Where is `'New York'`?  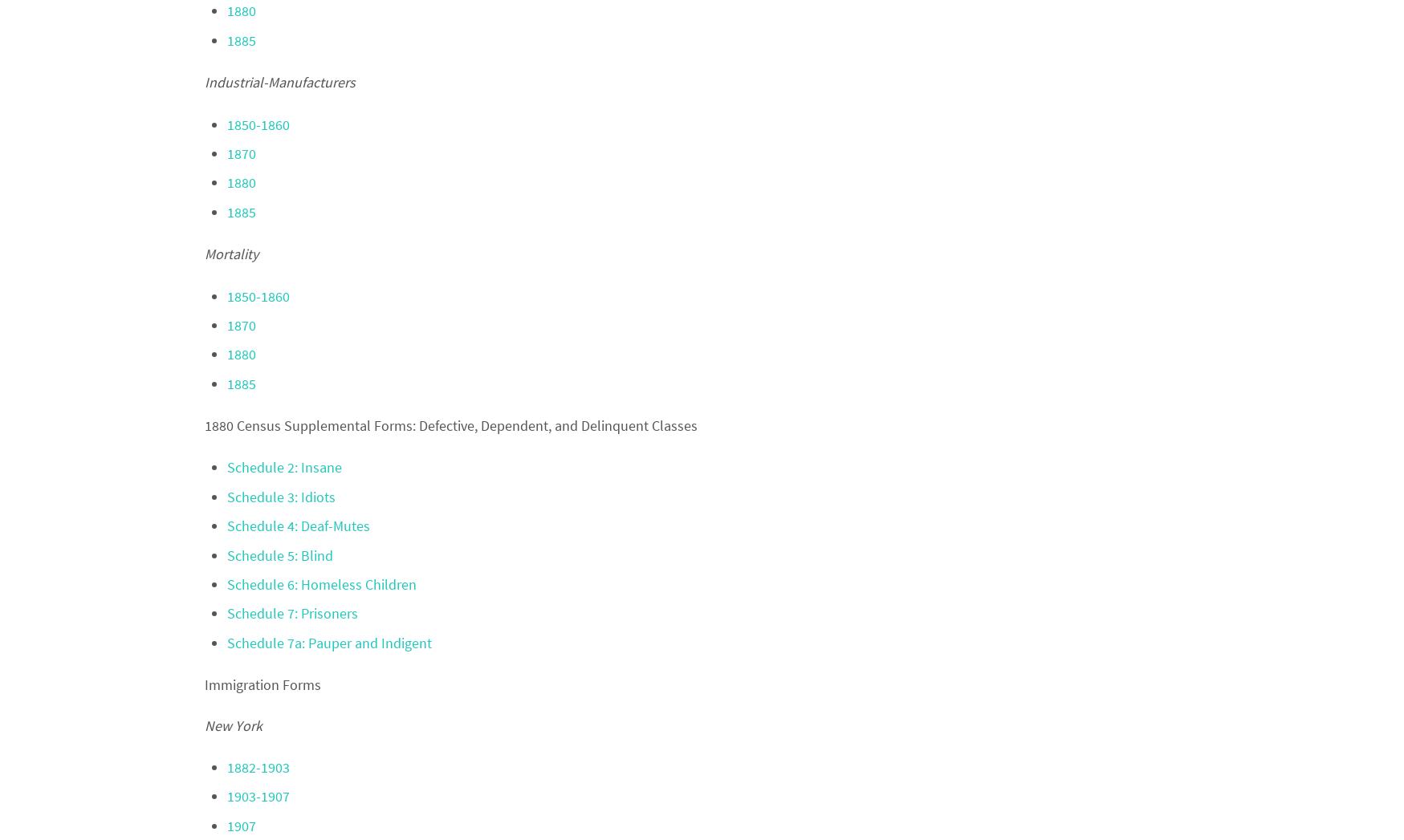 'New York' is located at coordinates (231, 724).